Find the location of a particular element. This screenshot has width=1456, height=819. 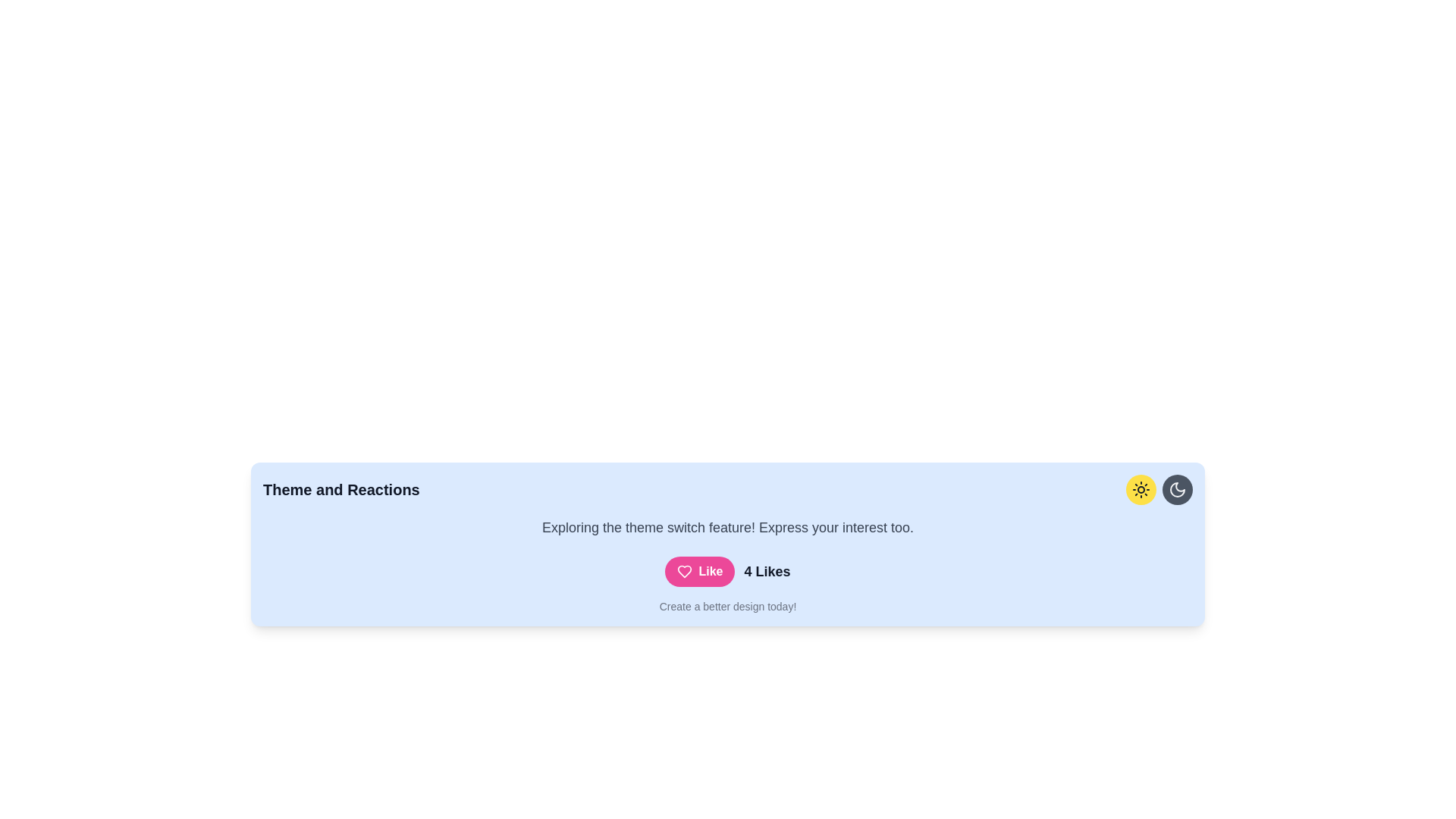

the sun-shaped icon with radiating lines, styled in gray and set within a yellow round button is located at coordinates (1141, 489).